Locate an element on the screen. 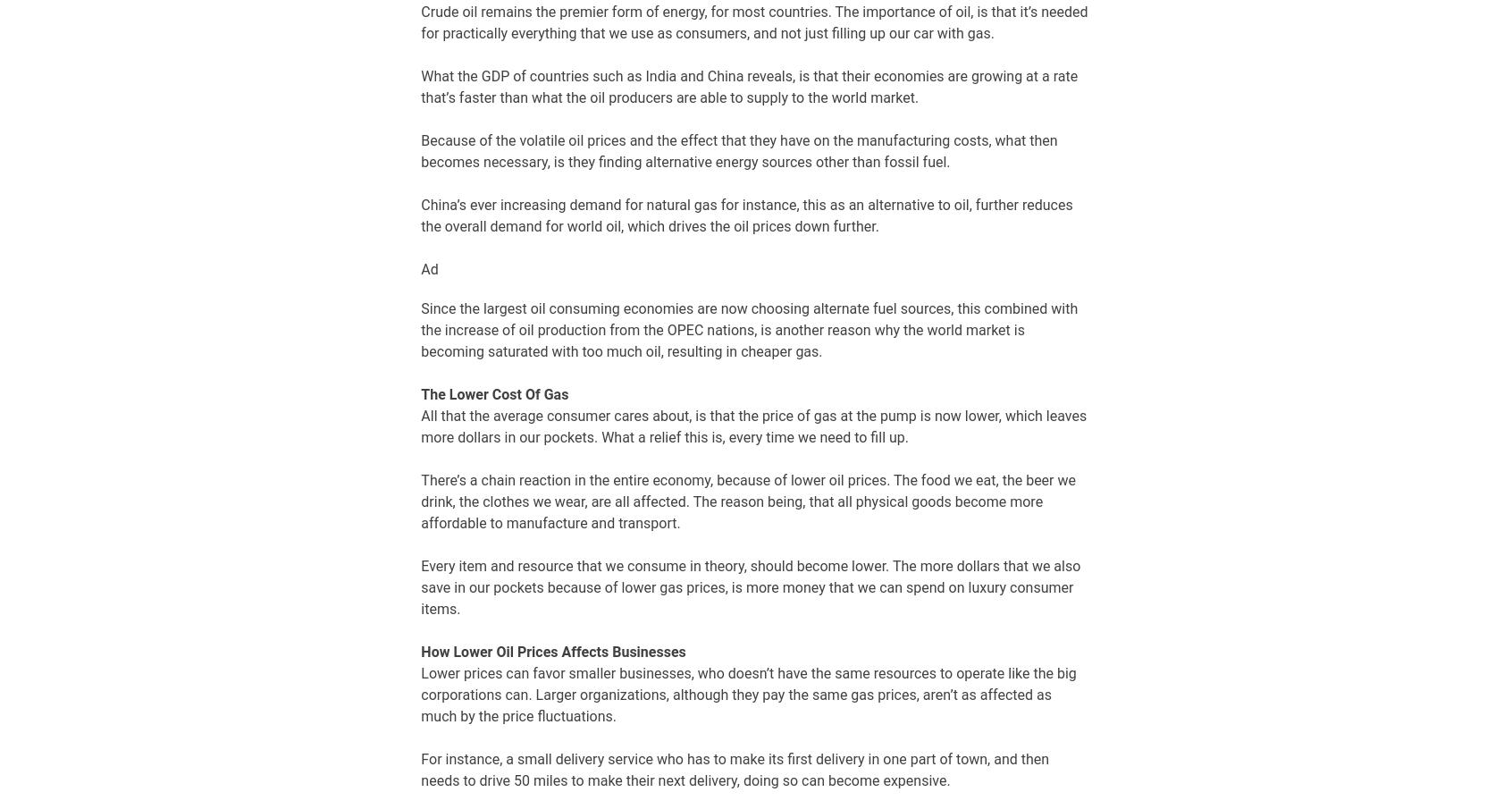  'All that the average consumer cares about, is that the price of gas at the pump is now lower, which leaves more dollars in our pockets. What a relief this is, every time we need to fill up.' is located at coordinates (420, 426).